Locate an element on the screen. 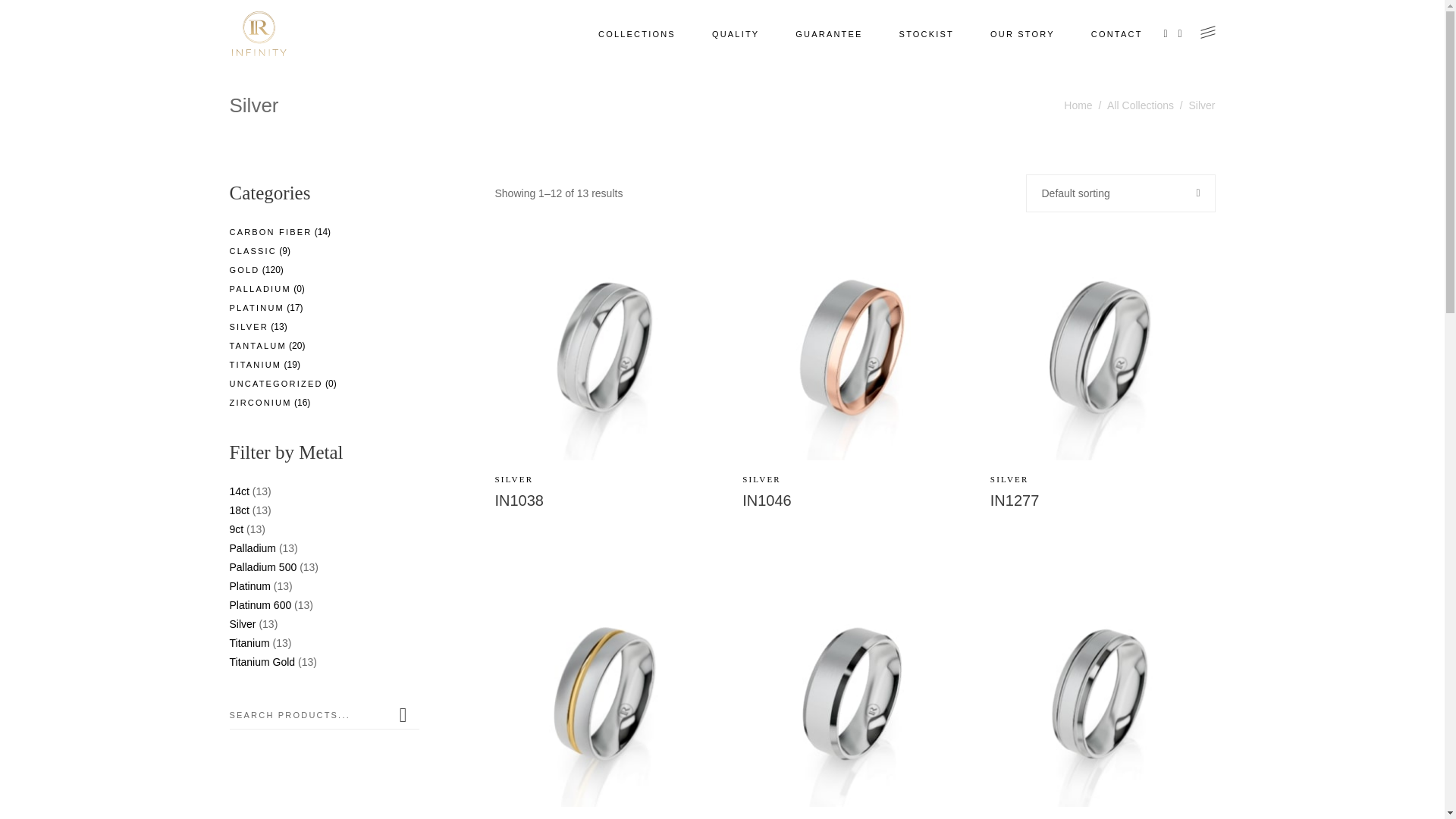 This screenshot has height=819, width=1456. 'QUALITY' is located at coordinates (735, 34).